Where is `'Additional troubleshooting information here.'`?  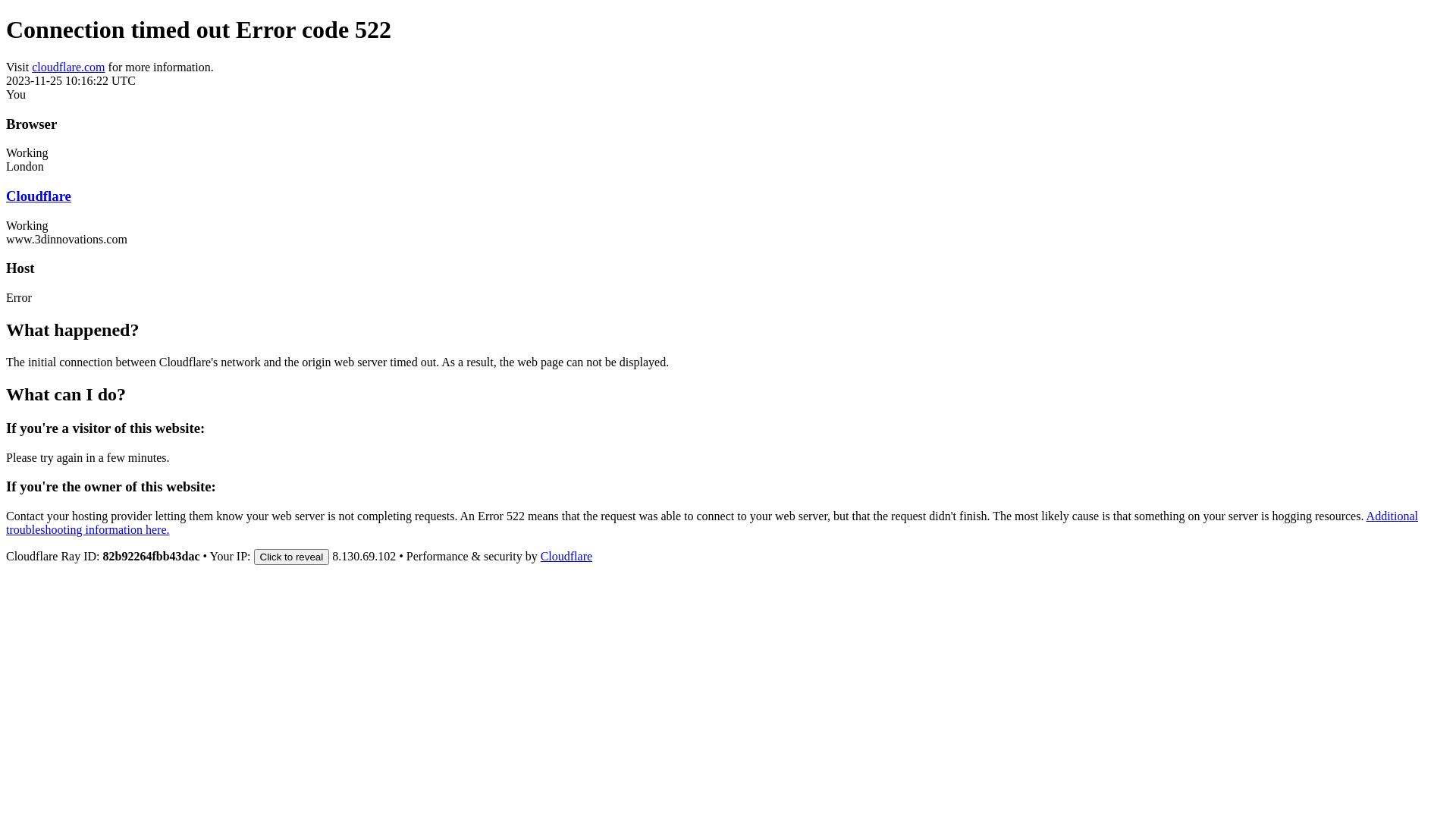
'Additional troubleshooting information here.' is located at coordinates (711, 522).